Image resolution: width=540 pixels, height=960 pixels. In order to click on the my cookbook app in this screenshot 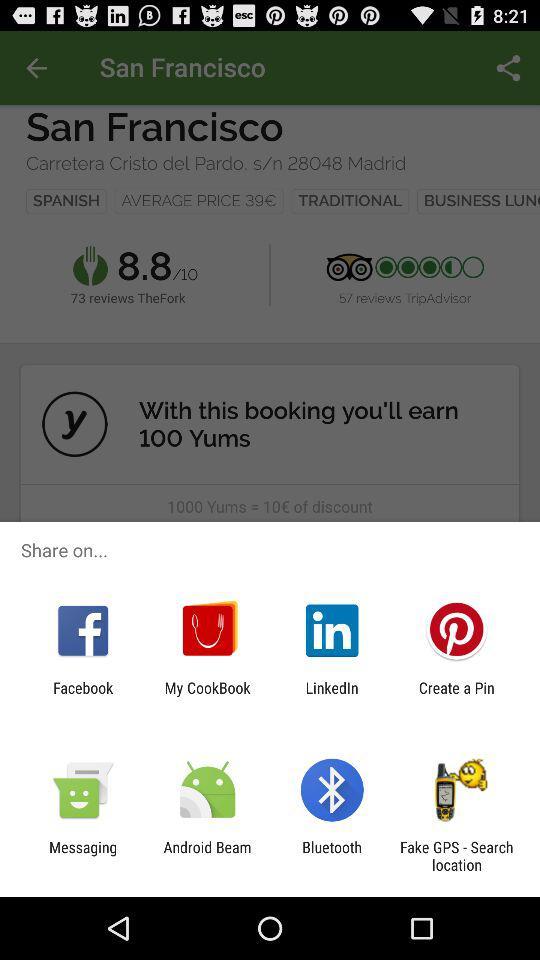, I will do `click(206, 696)`.